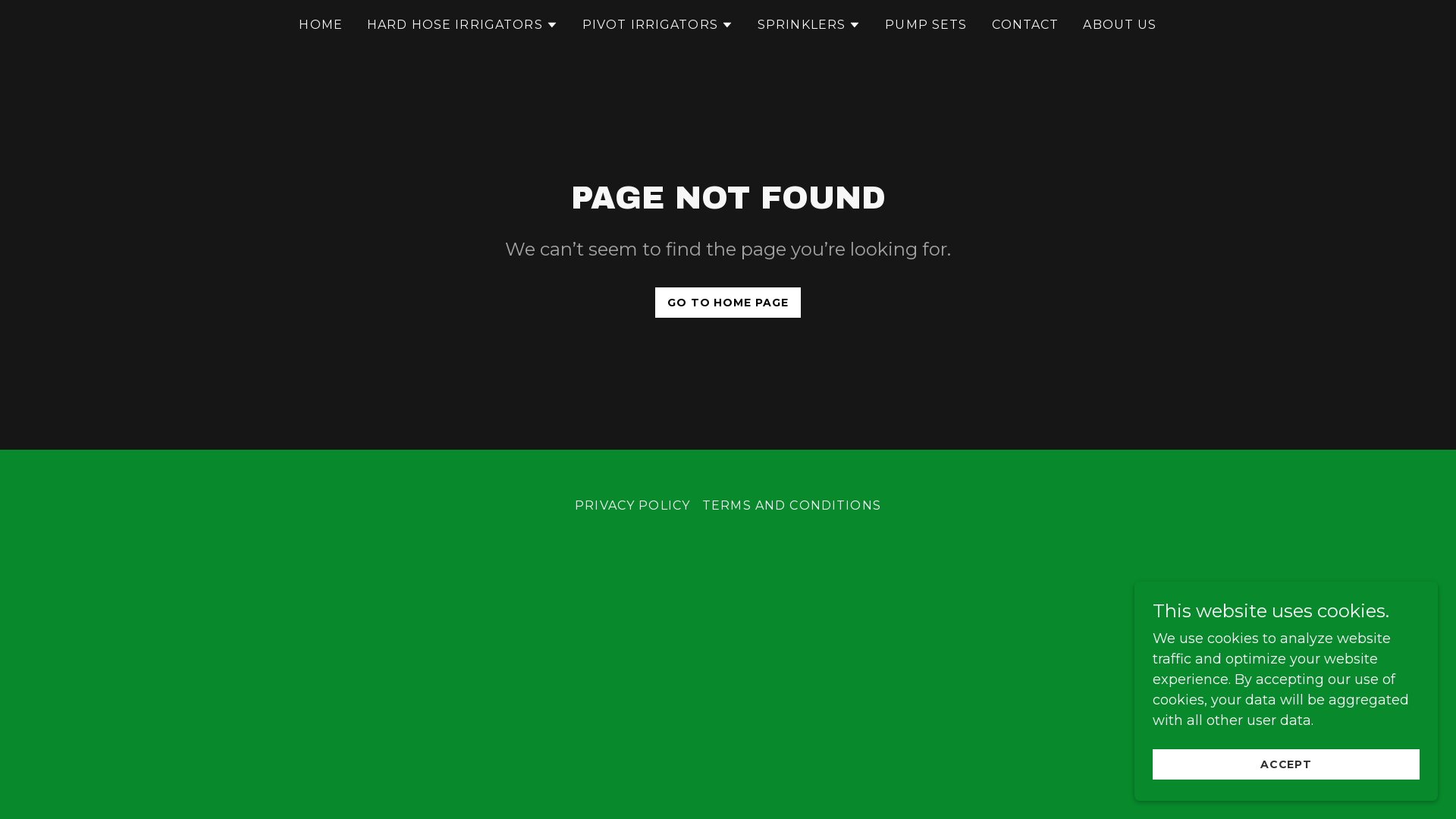  I want to click on 'SPRINKLERS', so click(808, 25).